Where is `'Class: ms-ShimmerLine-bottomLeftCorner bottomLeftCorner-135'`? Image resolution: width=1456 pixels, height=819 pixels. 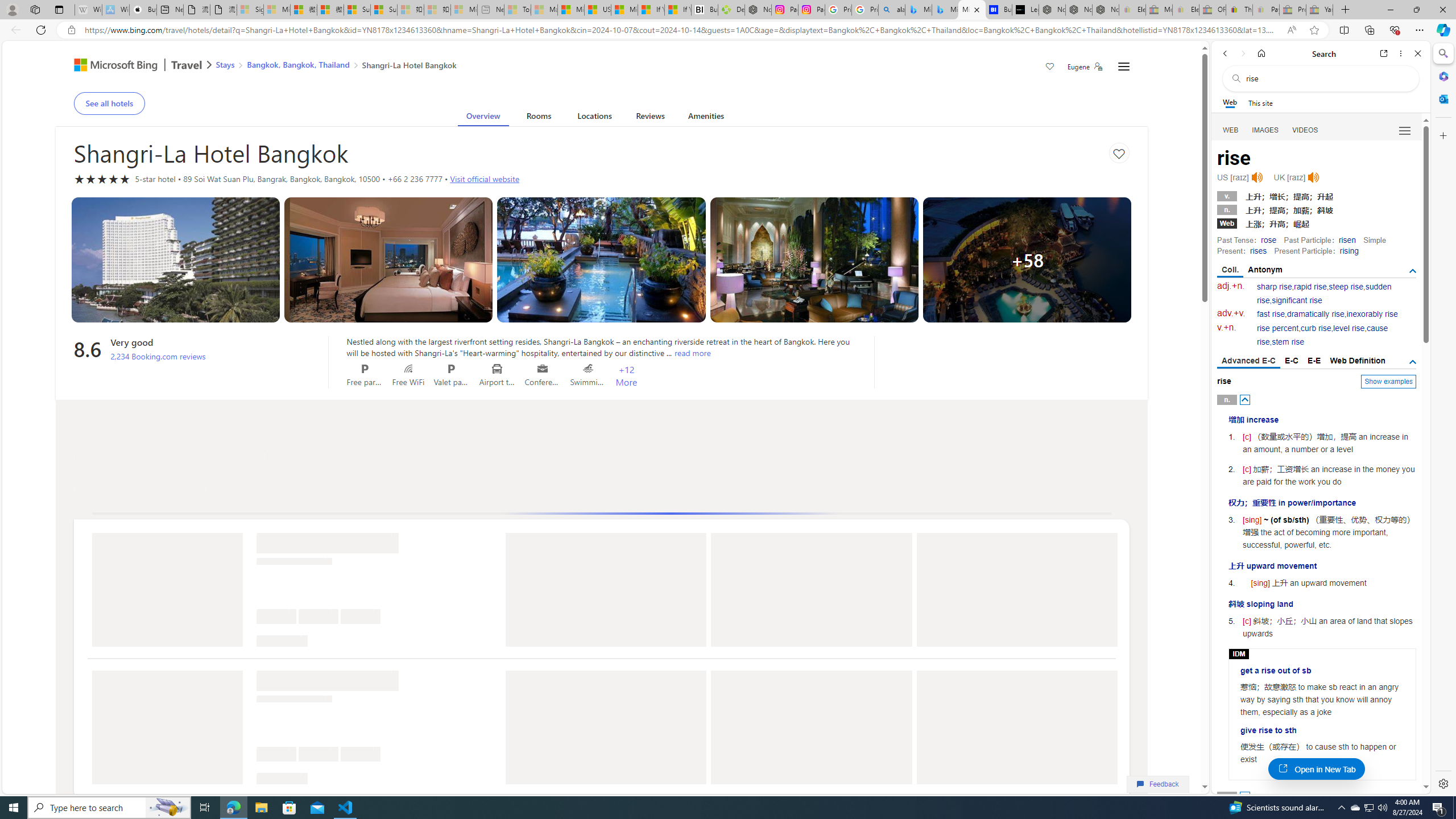 'Class: ms-ShimmerLine-bottomLeftCorner bottomLeftCorner-135' is located at coordinates (260, 777).